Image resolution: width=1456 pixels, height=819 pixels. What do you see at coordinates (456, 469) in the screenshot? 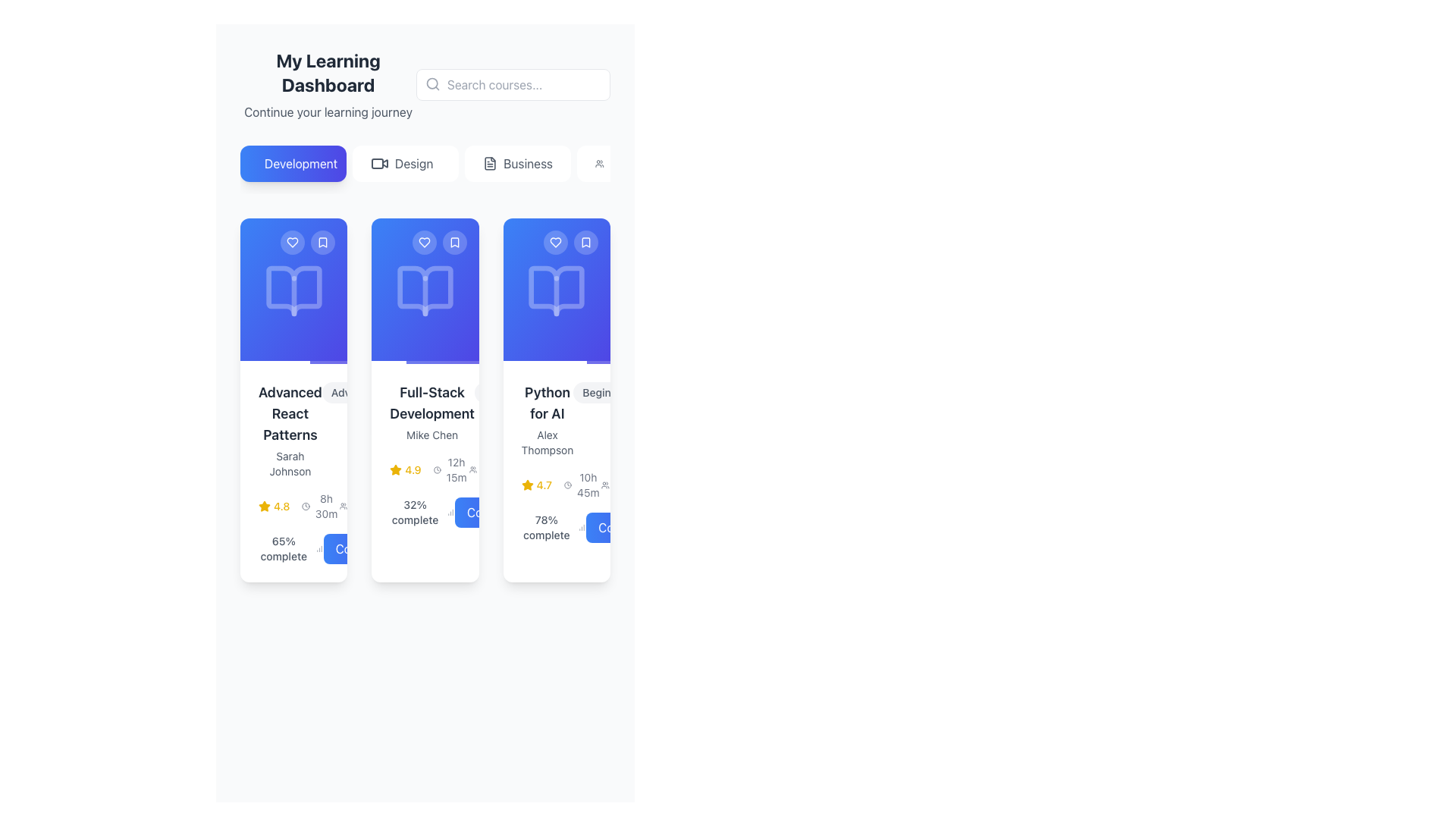
I see `the text label displaying the total duration of the course, located to the right of the clock icon in the second course card titled 'Full-Stack Development'` at bounding box center [456, 469].